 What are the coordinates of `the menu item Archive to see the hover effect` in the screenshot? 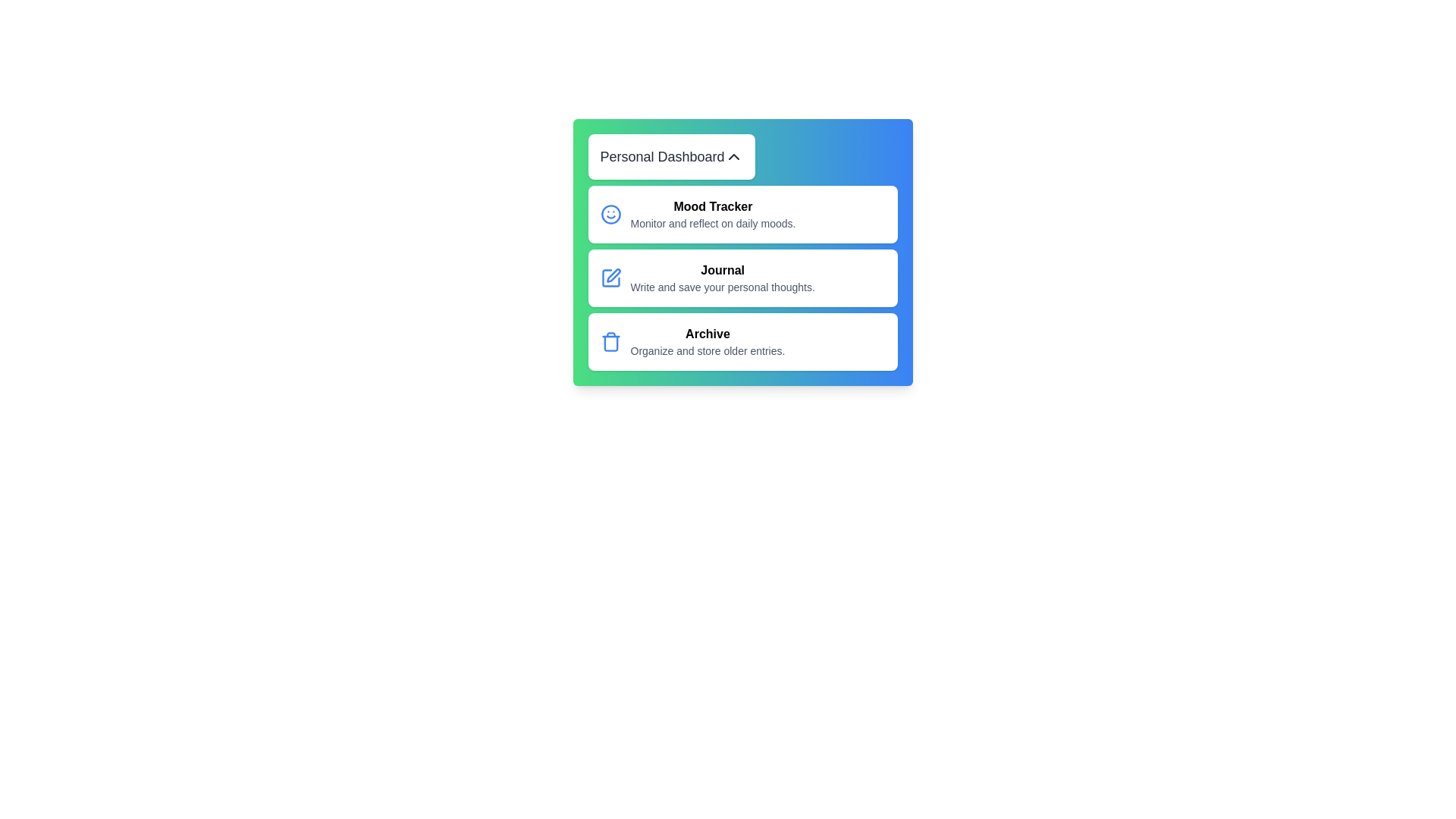 It's located at (742, 342).